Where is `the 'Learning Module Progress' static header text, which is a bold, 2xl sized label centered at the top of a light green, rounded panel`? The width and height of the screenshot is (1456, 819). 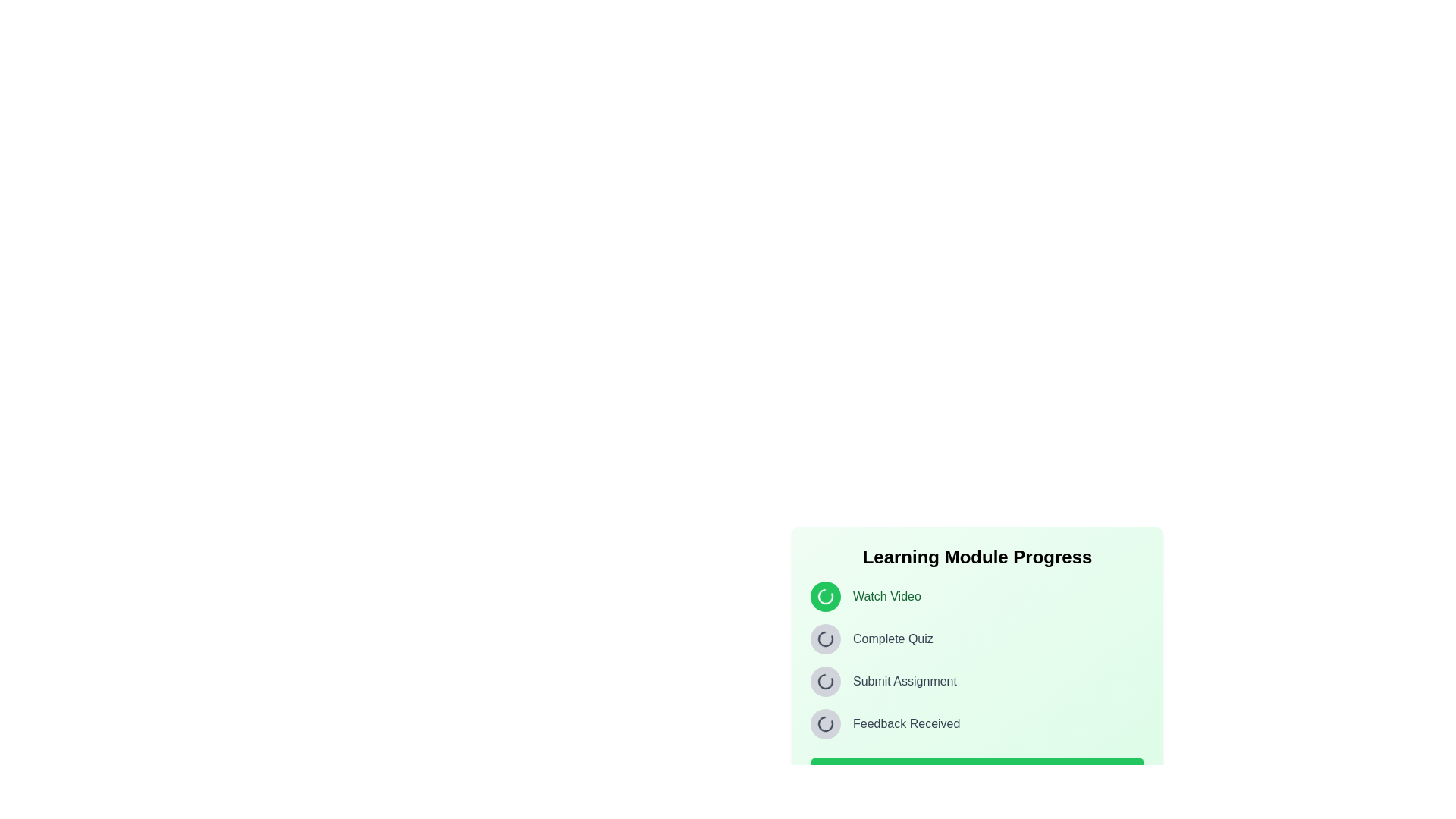 the 'Learning Module Progress' static header text, which is a bold, 2xl sized label centered at the top of a light green, rounded panel is located at coordinates (977, 557).